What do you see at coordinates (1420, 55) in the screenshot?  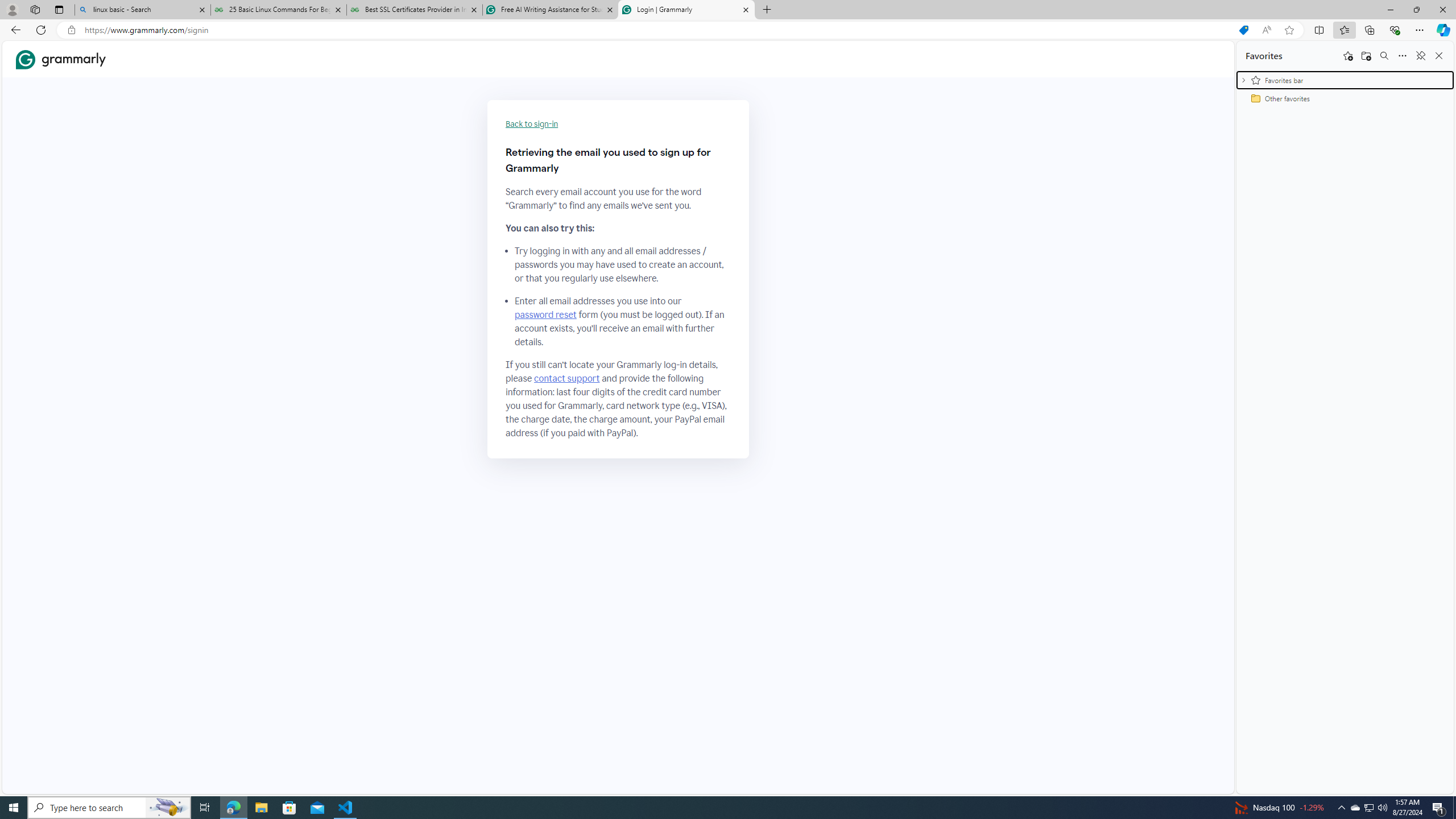 I see `'Unpin favorites'` at bounding box center [1420, 55].